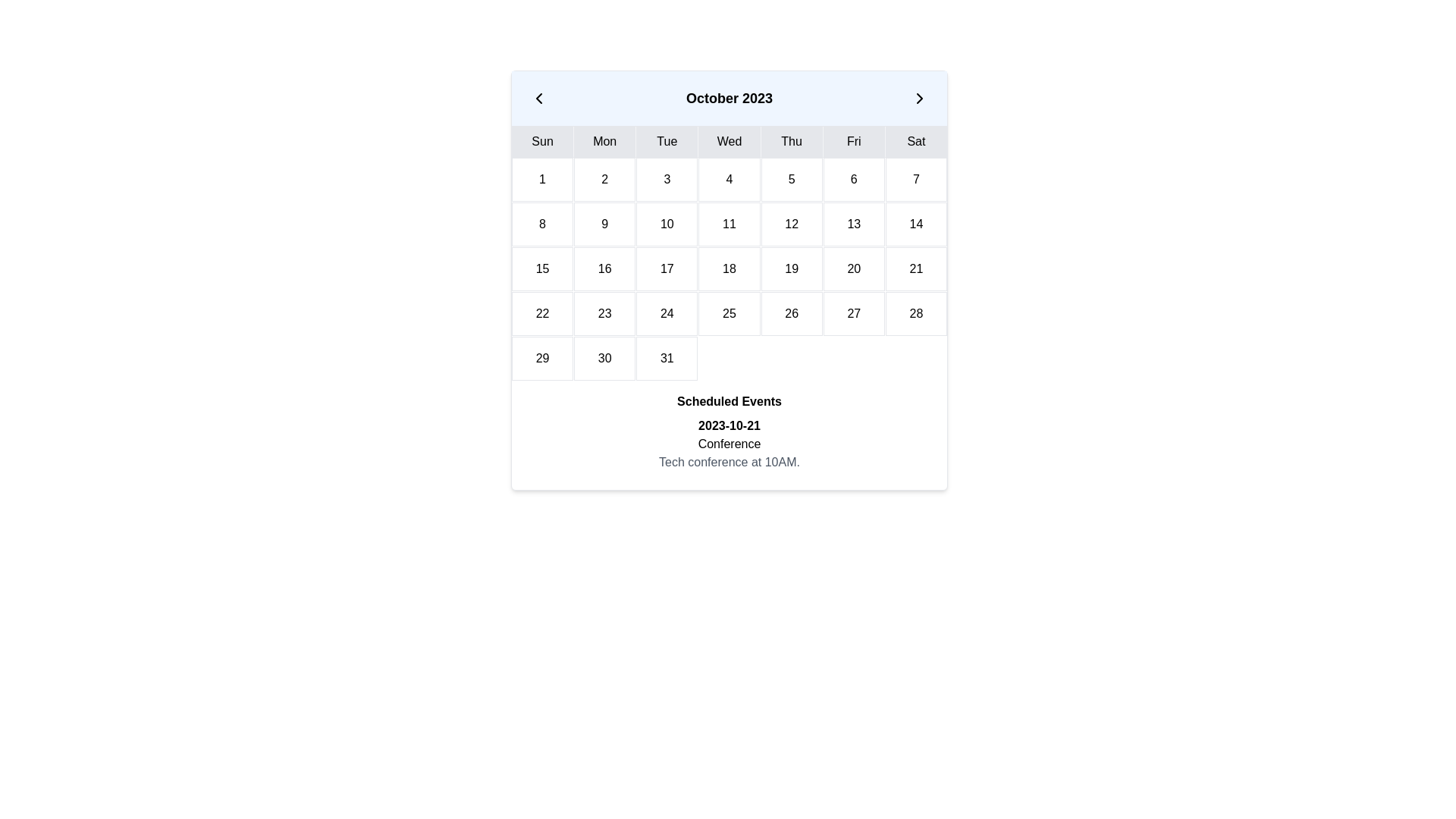 The image size is (1456, 819). I want to click on the Header Row of Weekdays in the Calendar, which contains the day abbreviations 'Sun', 'Mon', 'Tue', 'Wed', 'Thu', 'Fri', and 'Sat', located below the title 'October 2023', so click(729, 141).